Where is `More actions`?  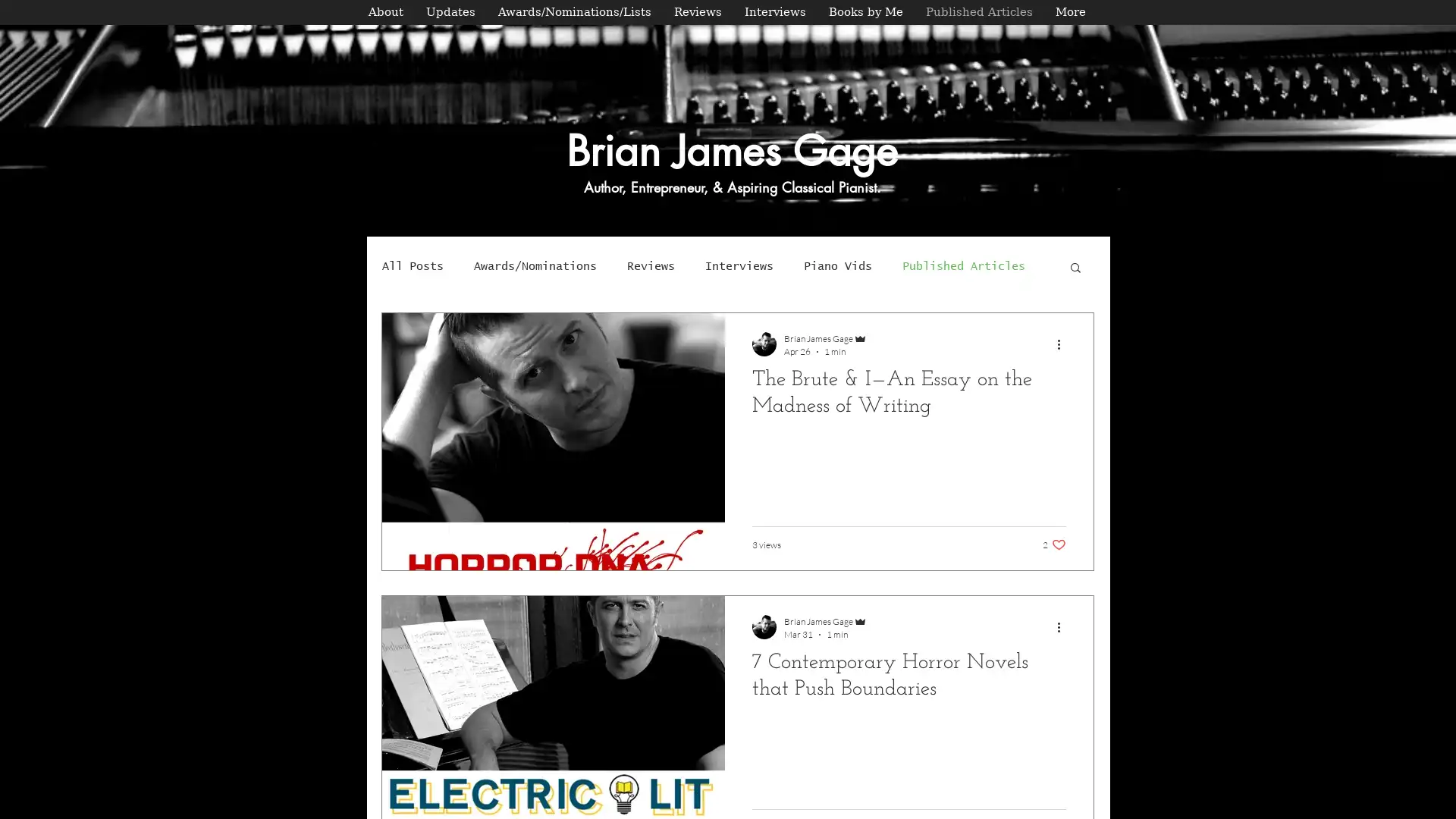 More actions is located at coordinates (1062, 344).